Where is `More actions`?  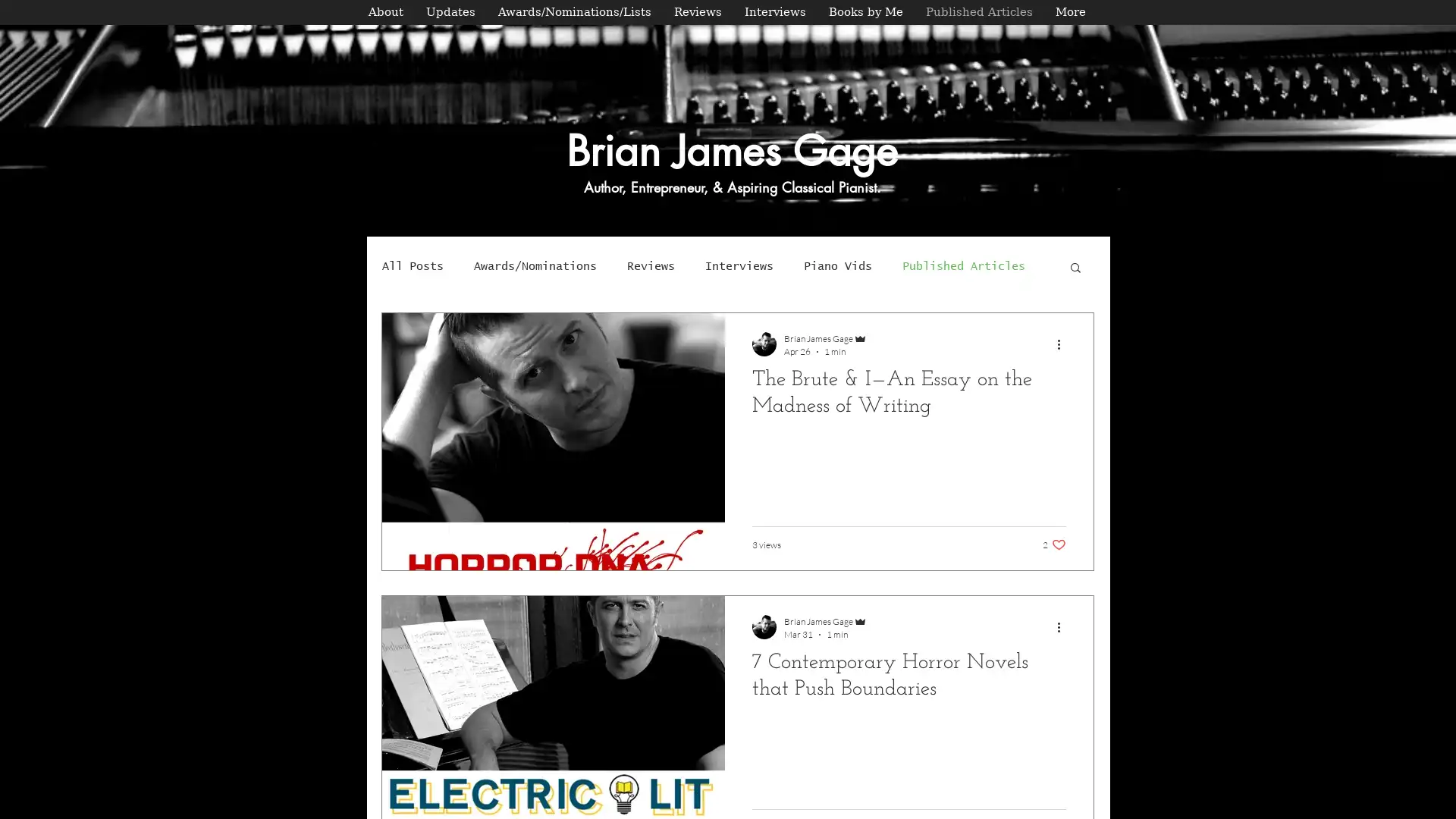 More actions is located at coordinates (1062, 344).